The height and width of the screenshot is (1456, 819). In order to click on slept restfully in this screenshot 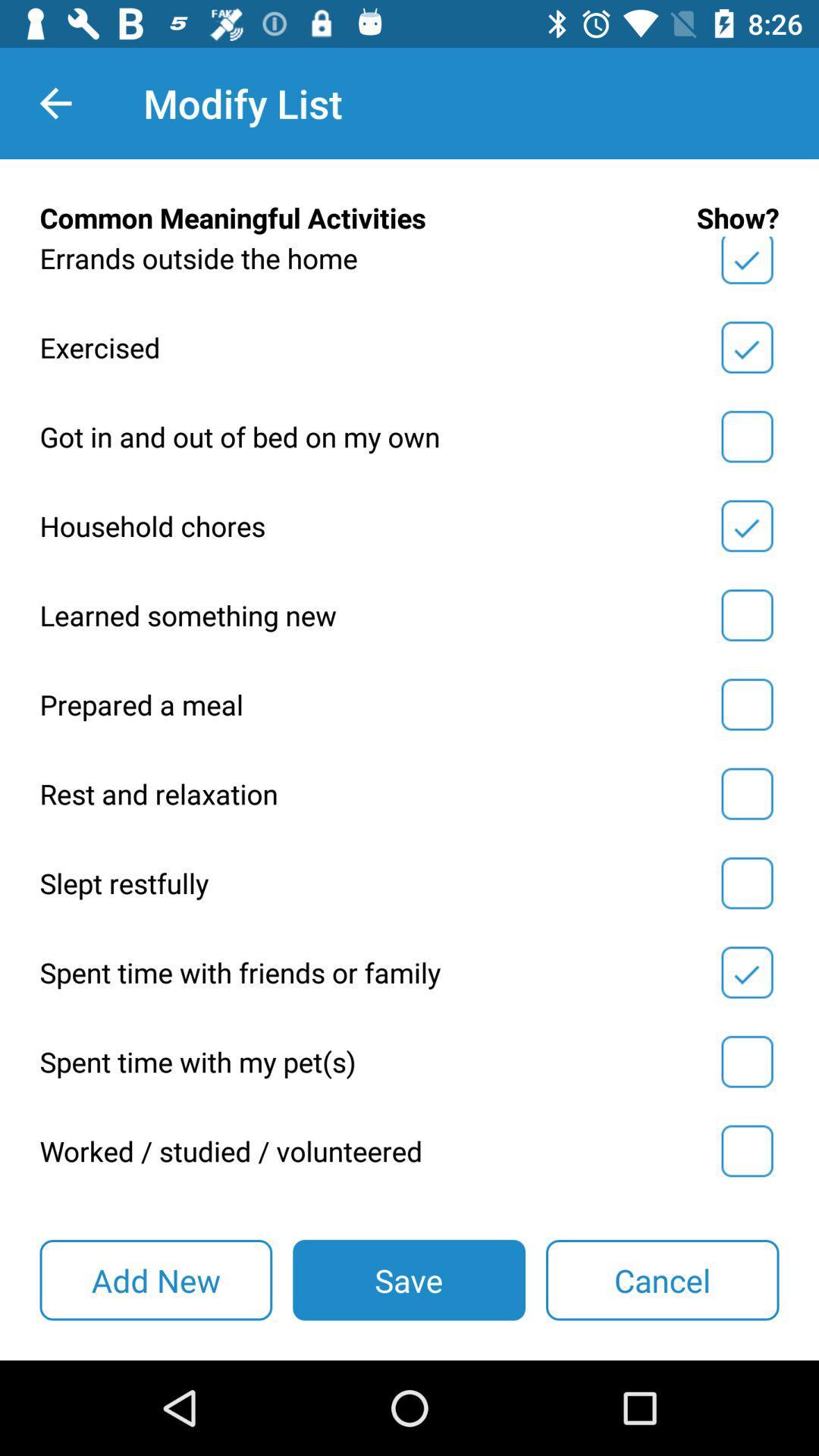, I will do `click(746, 883)`.